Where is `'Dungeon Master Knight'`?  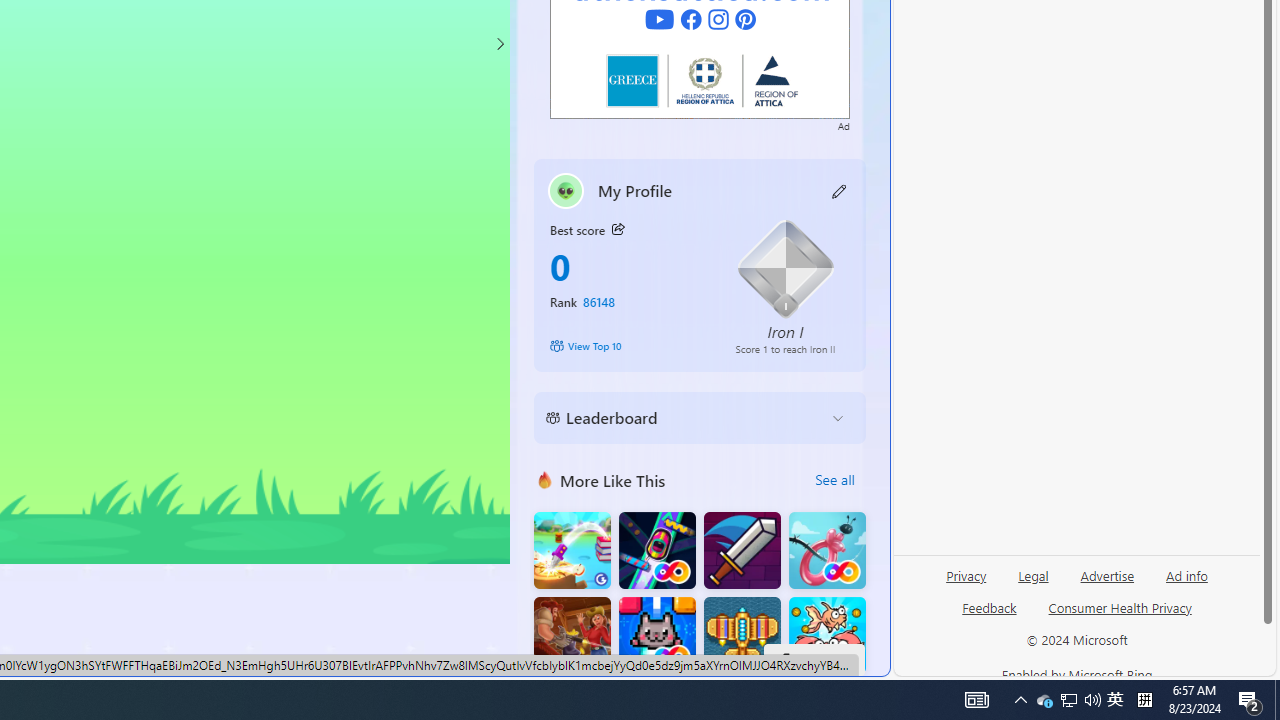
'Dungeon Master Knight' is located at coordinates (741, 550).